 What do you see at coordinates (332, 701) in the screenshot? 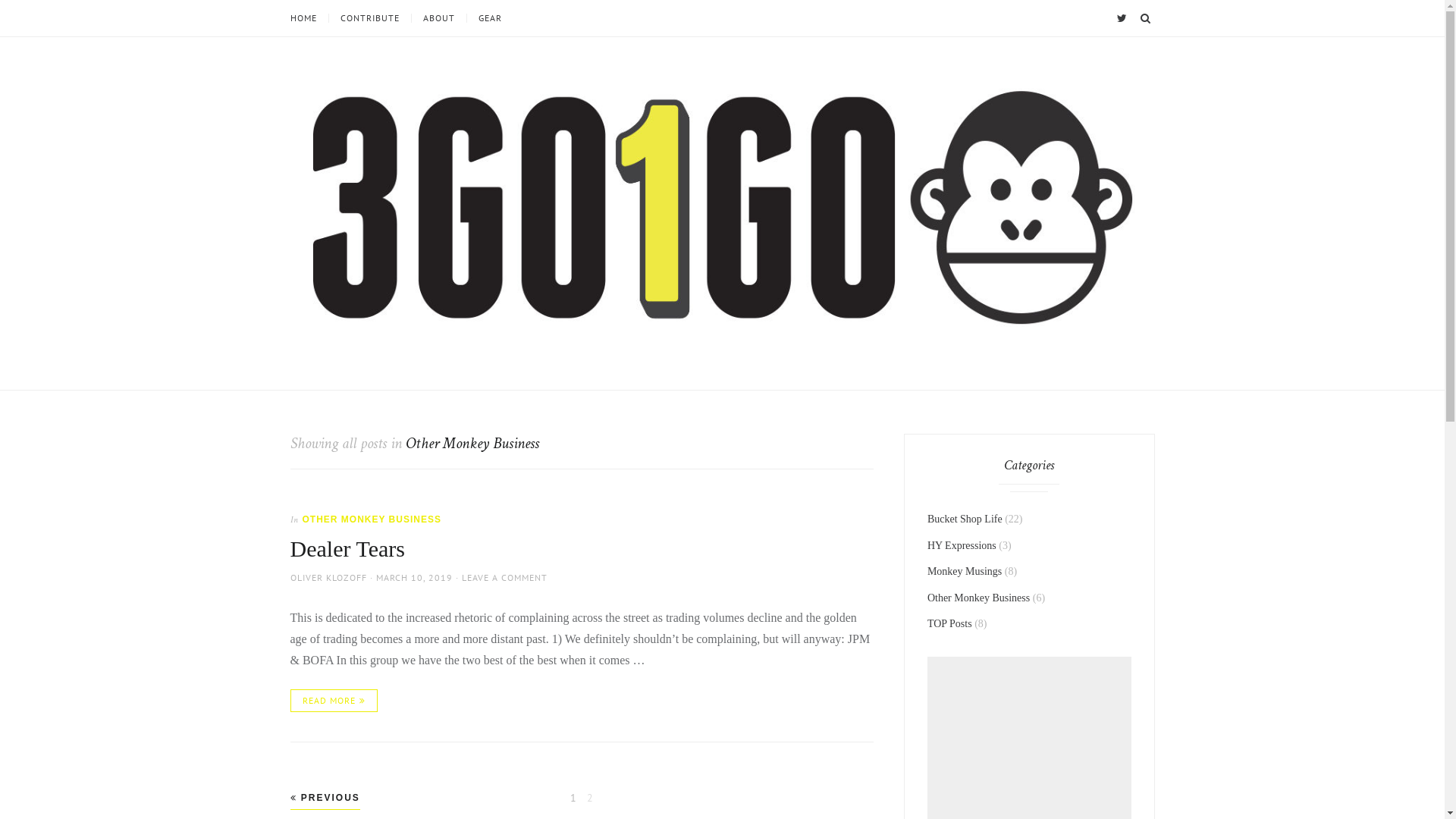
I see `'READ MORE'` at bounding box center [332, 701].